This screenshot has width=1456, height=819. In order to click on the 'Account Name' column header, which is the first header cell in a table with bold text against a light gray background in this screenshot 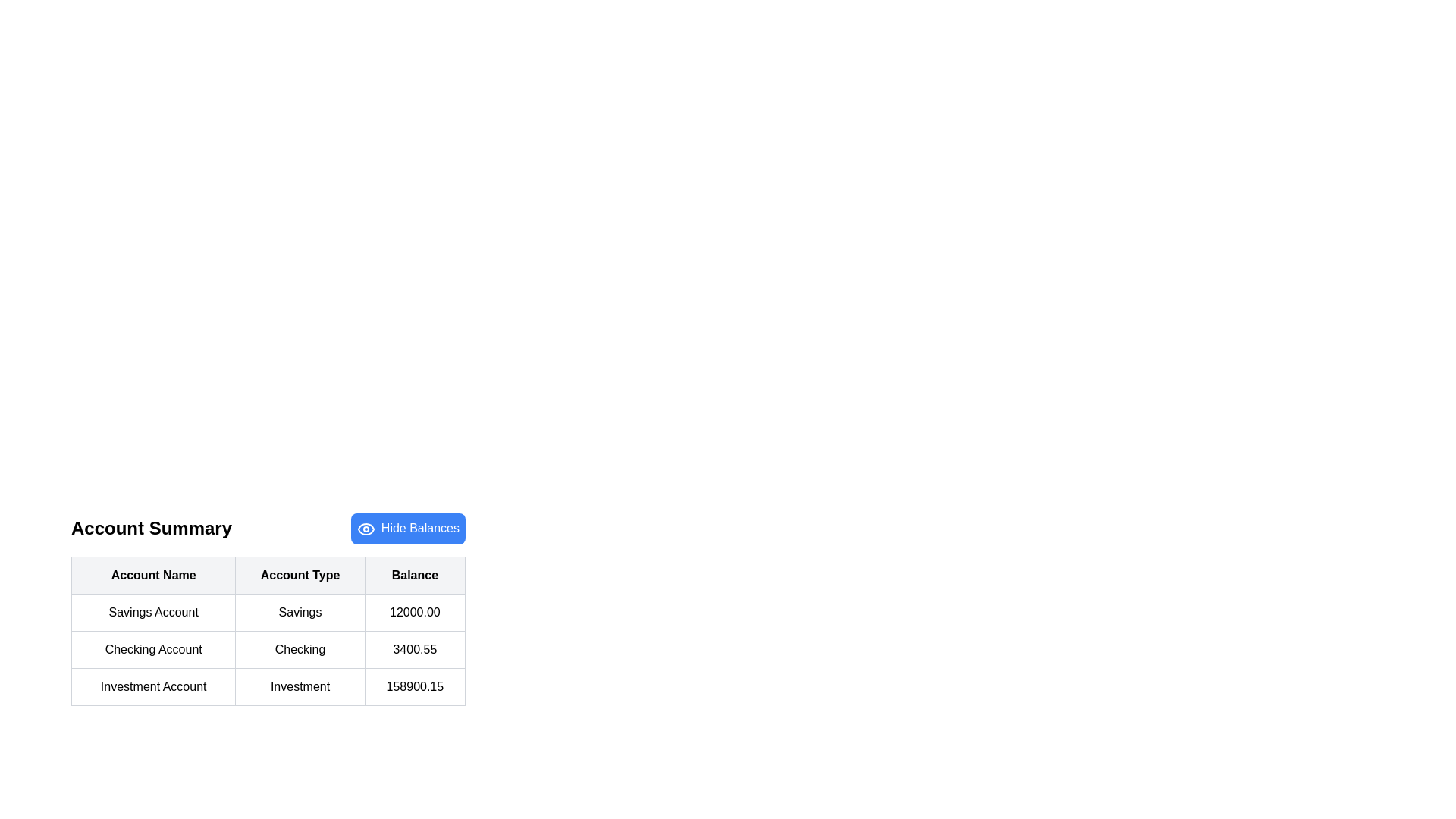, I will do `click(153, 575)`.